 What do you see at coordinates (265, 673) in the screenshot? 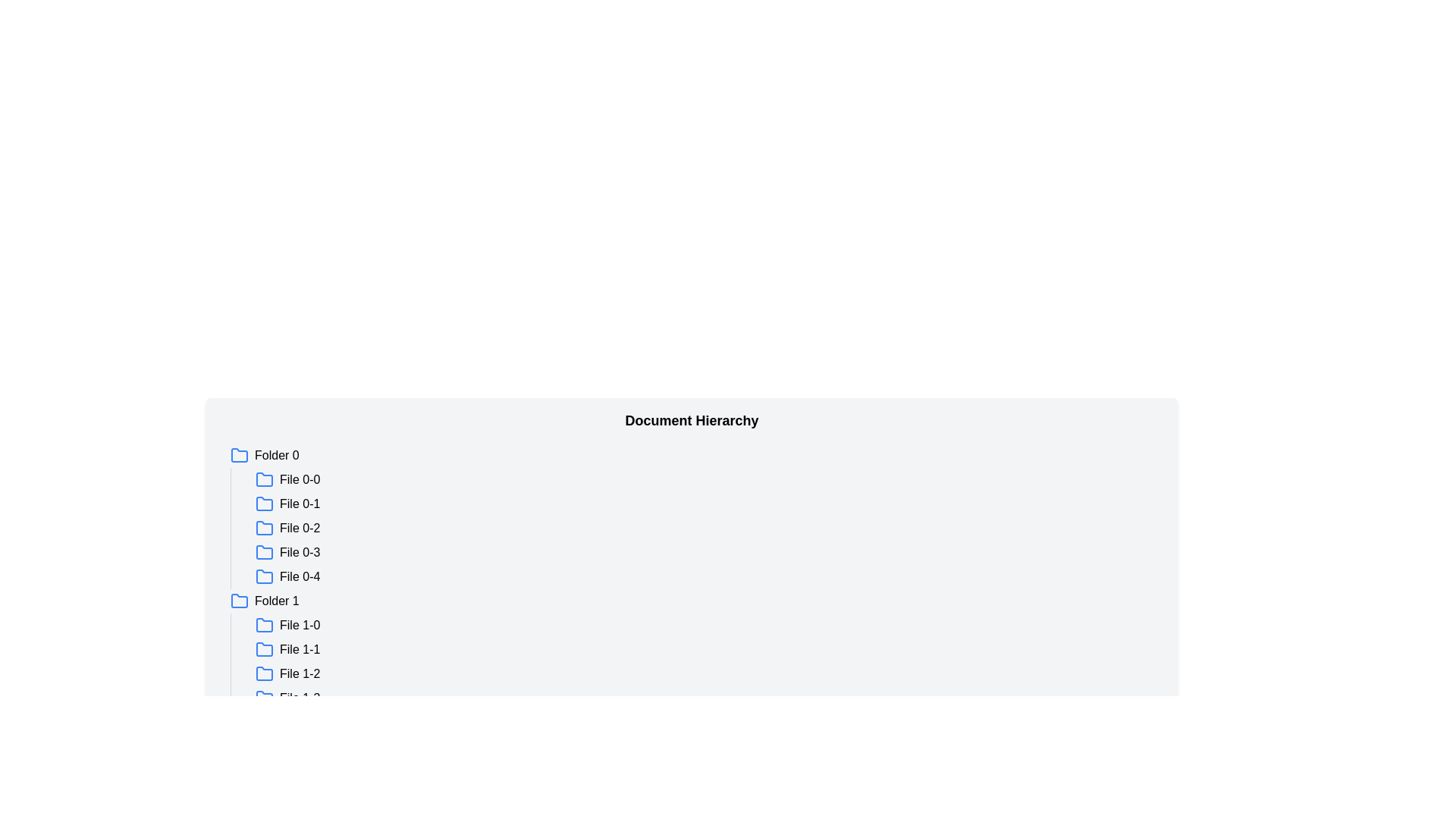
I see `the folder icon located to the left of the text 'File 1-2'` at bounding box center [265, 673].